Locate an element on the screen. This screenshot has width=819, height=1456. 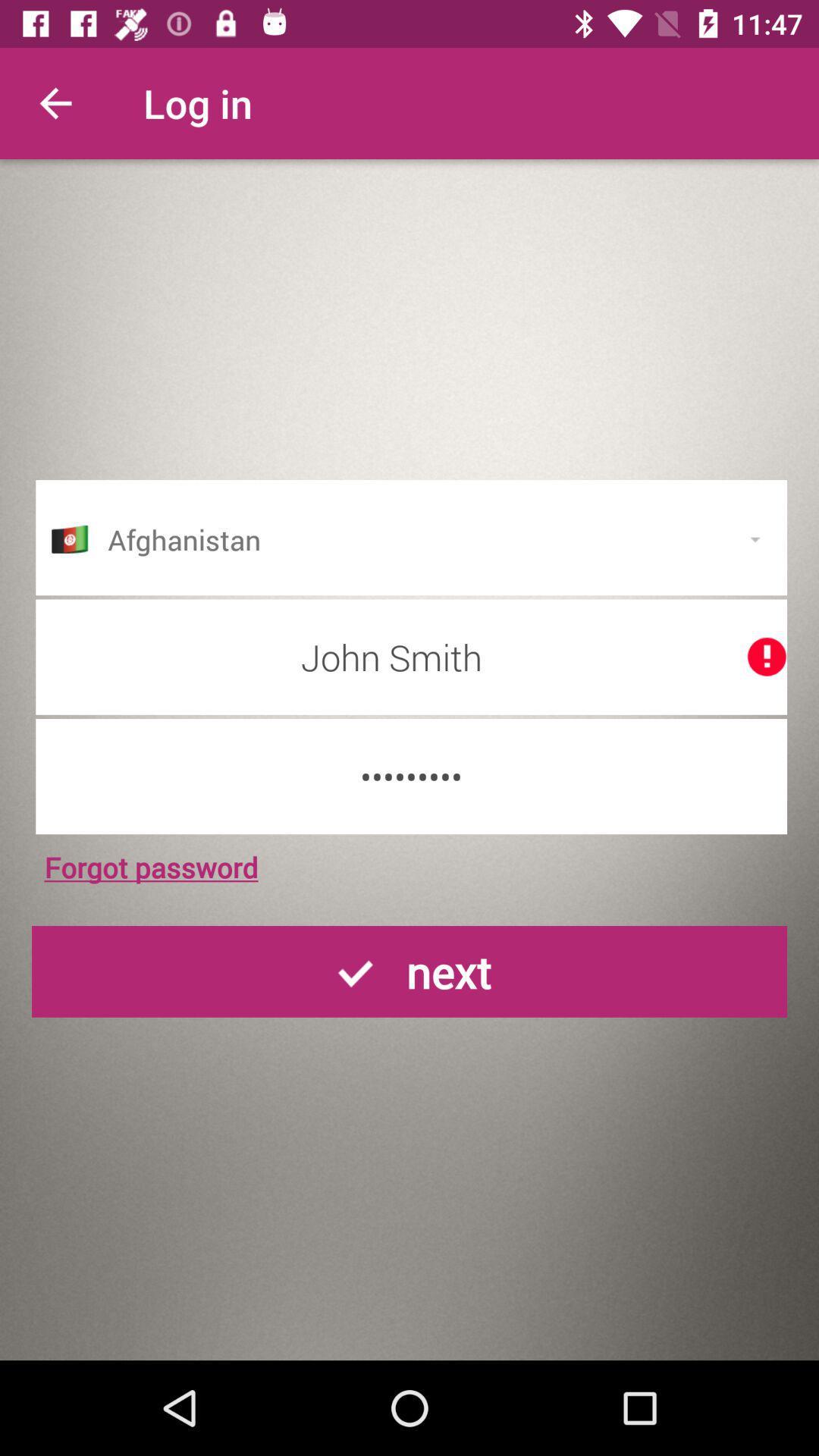
forgot password is located at coordinates (151, 867).